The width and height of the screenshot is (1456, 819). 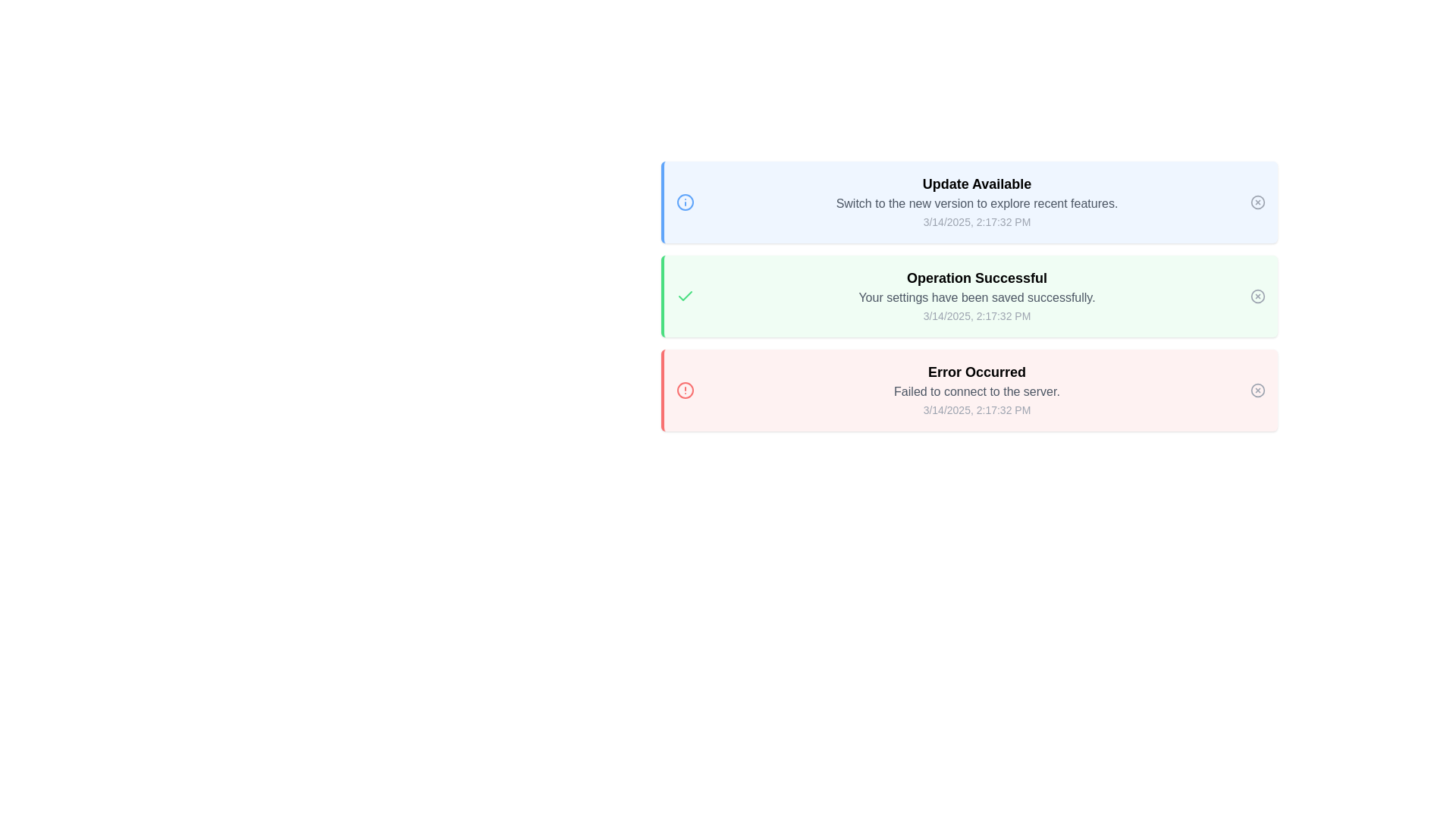 I want to click on the static text that provides detailed information about the error described in the notification above it, located below the title 'Error Occurred' and above a timestamp, so click(x=977, y=391).